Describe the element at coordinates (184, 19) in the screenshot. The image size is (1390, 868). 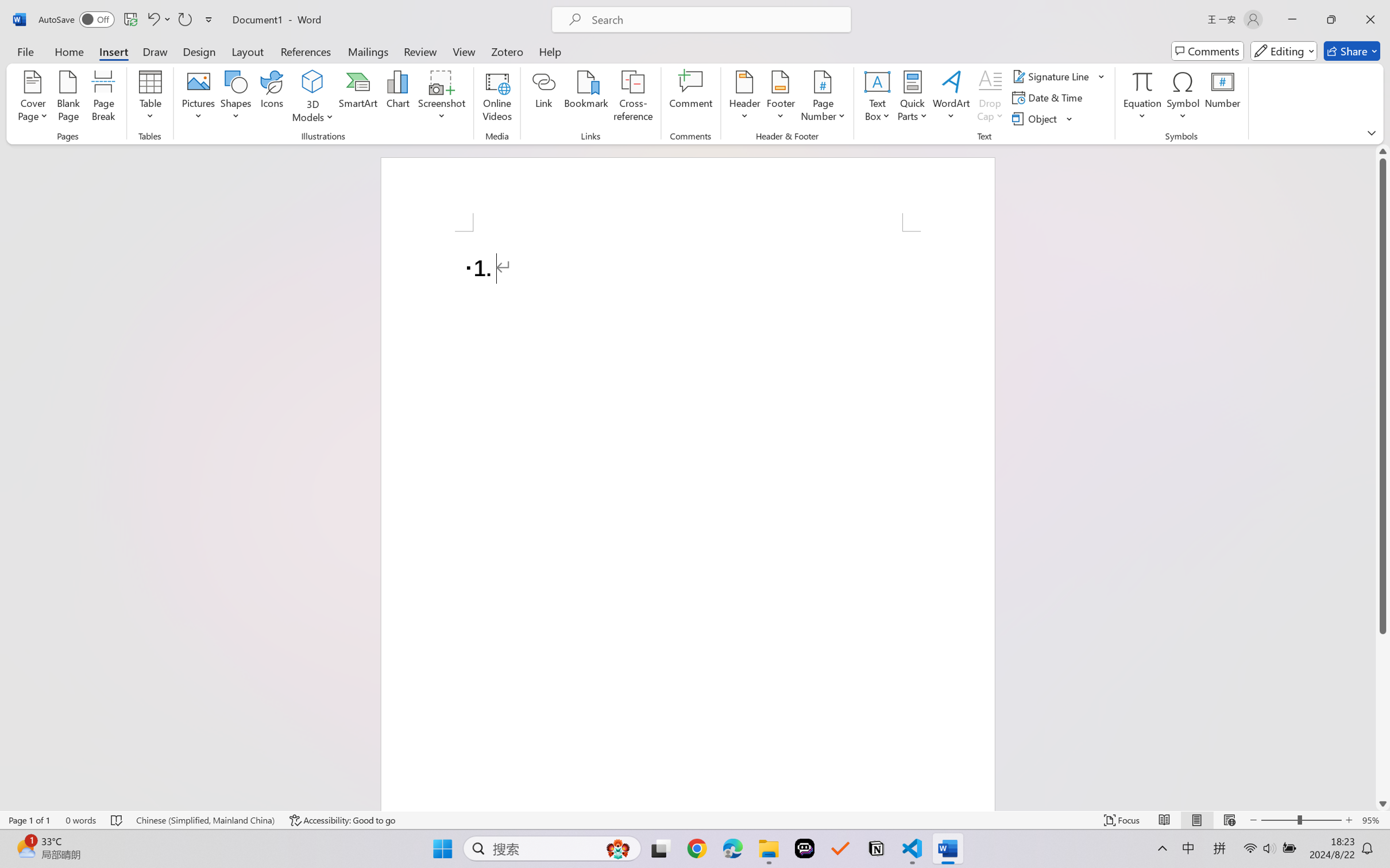
I see `'Repeat Doc Close'` at that location.